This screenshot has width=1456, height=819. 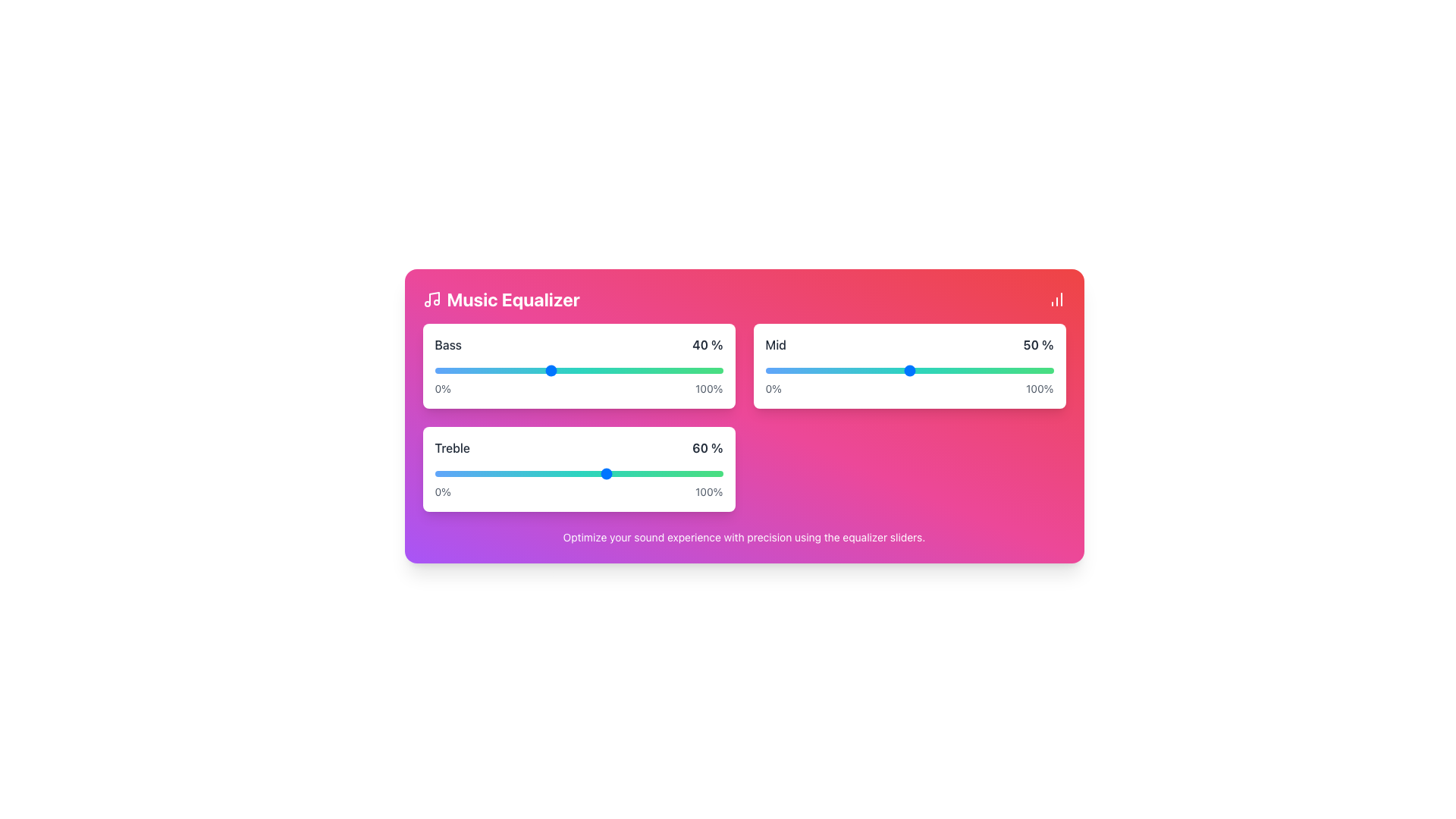 I want to click on the 'Bass' range slider, so click(x=578, y=366).